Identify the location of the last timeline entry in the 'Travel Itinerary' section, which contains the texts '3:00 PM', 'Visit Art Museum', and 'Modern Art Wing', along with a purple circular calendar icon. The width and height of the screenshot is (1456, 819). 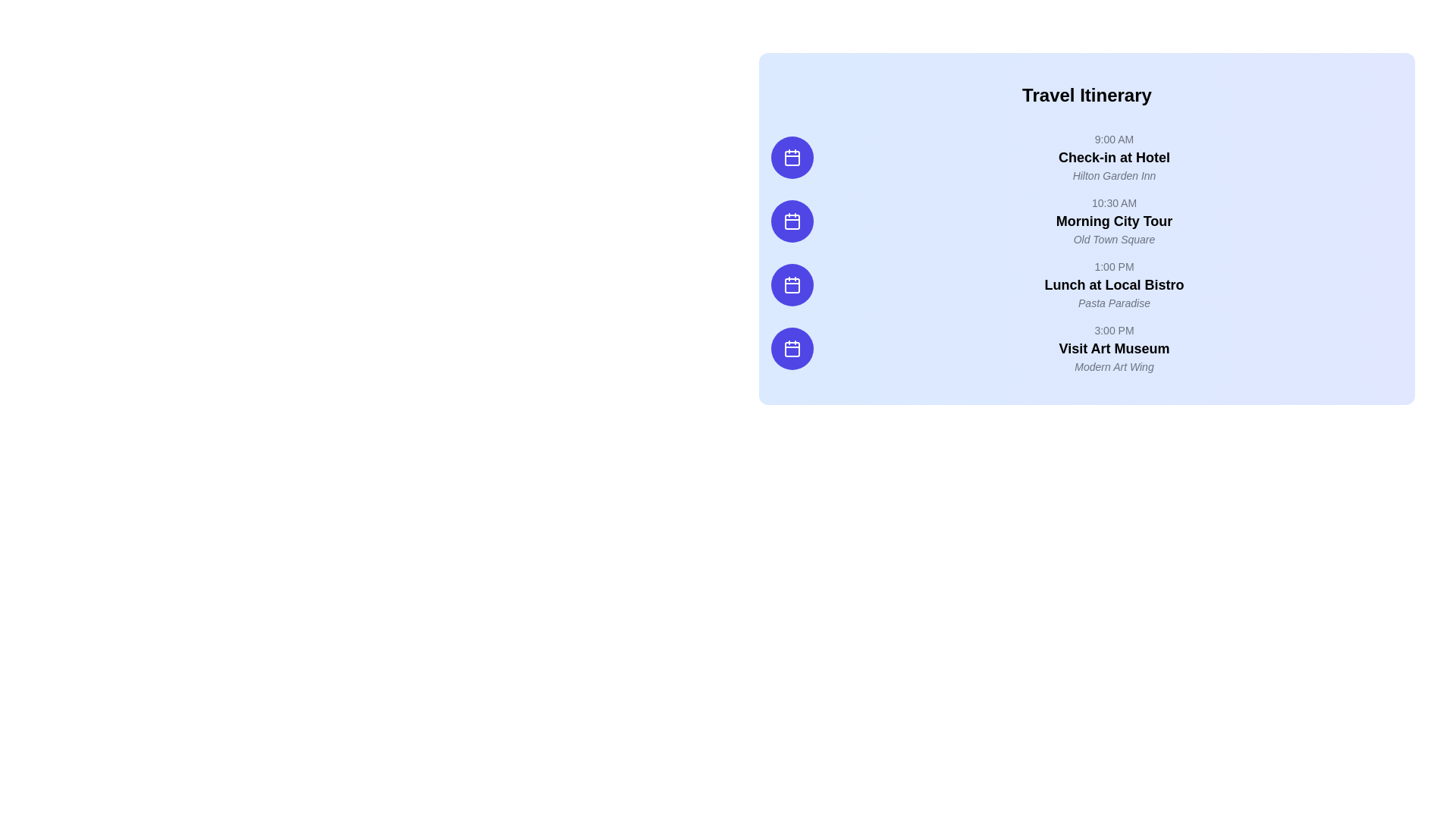
(1086, 348).